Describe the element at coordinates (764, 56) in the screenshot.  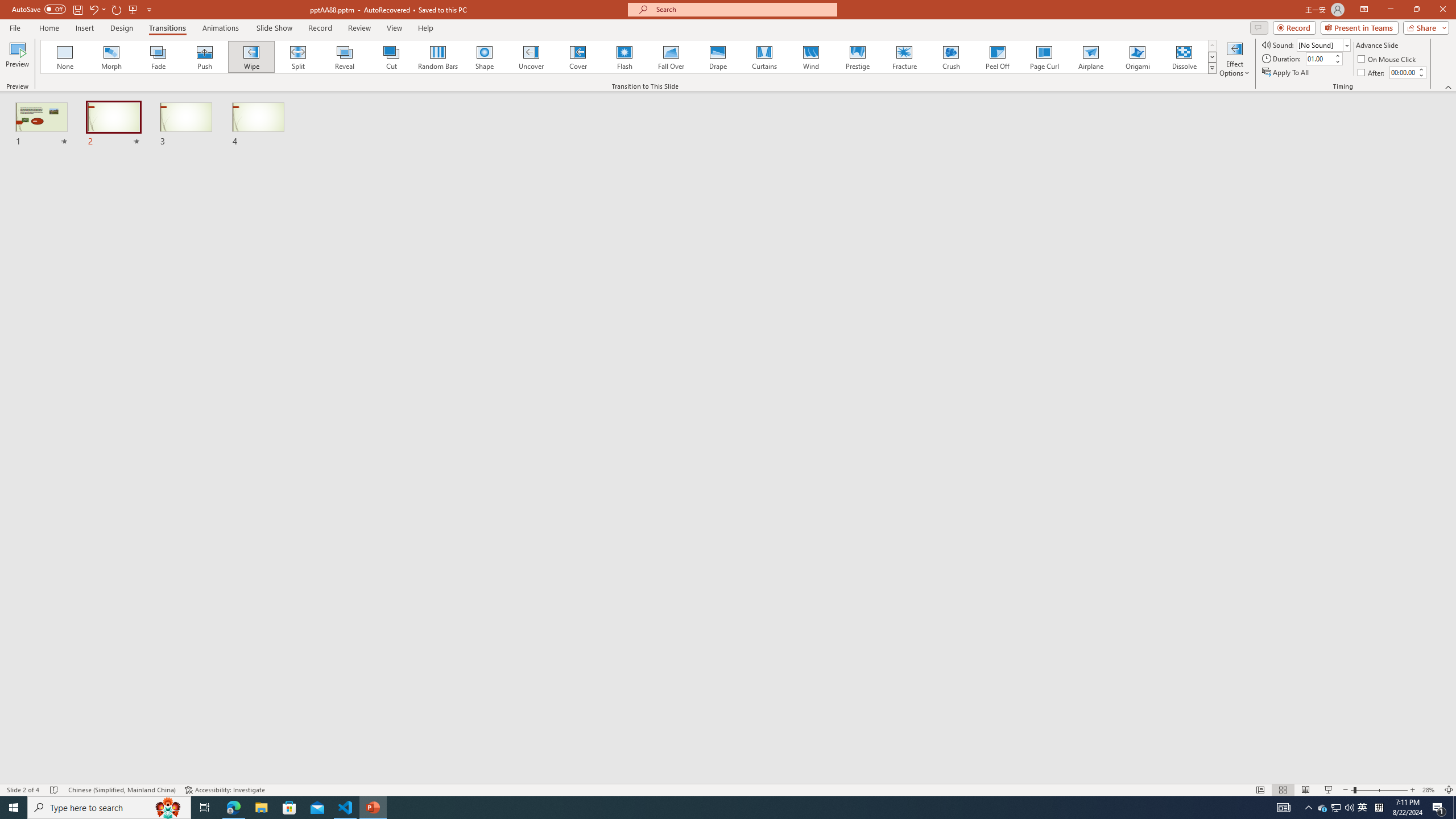
I see `'Curtains'` at that location.